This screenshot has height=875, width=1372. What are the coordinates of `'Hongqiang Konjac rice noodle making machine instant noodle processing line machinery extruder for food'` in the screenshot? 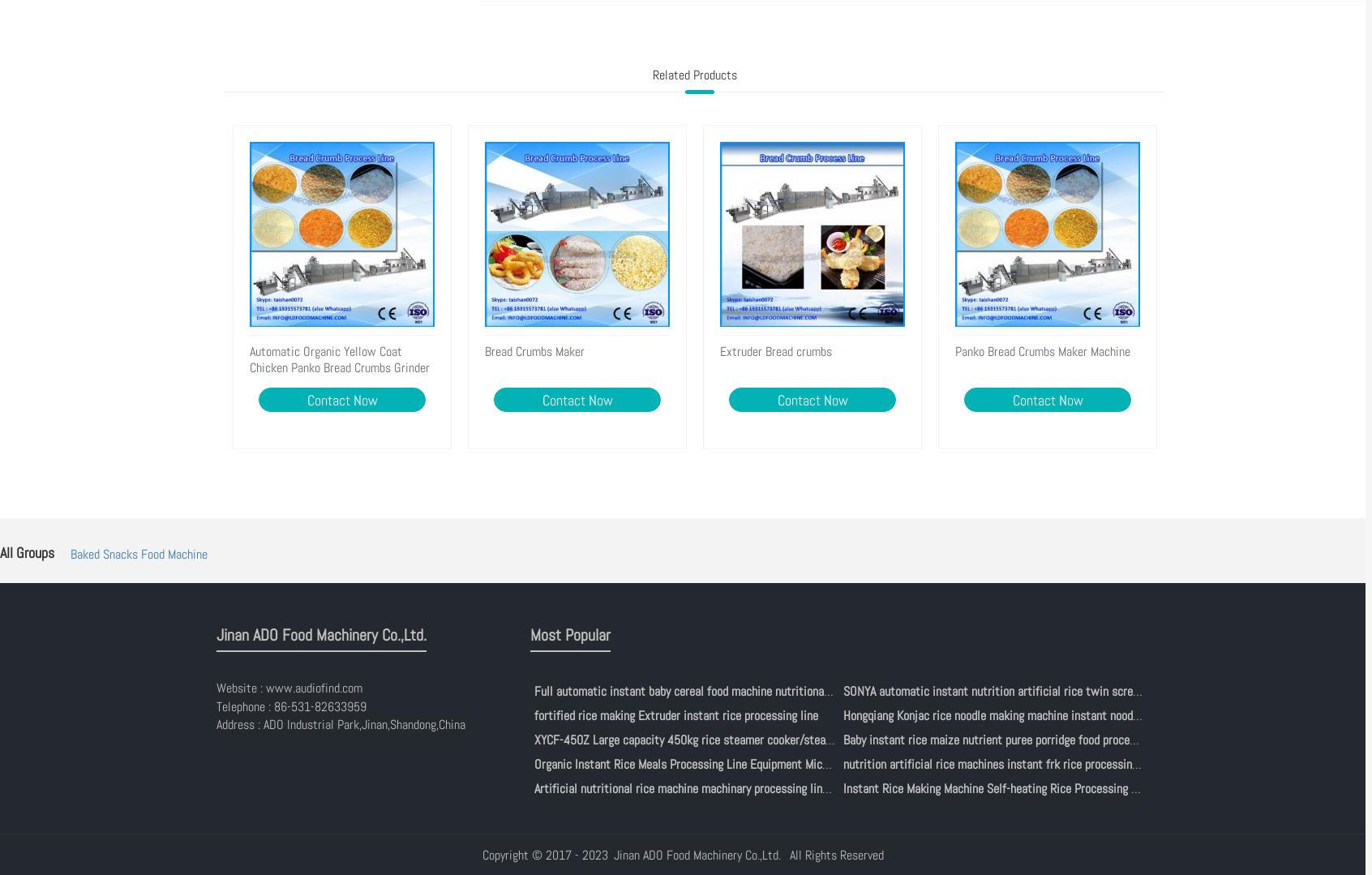 It's located at (1100, 714).